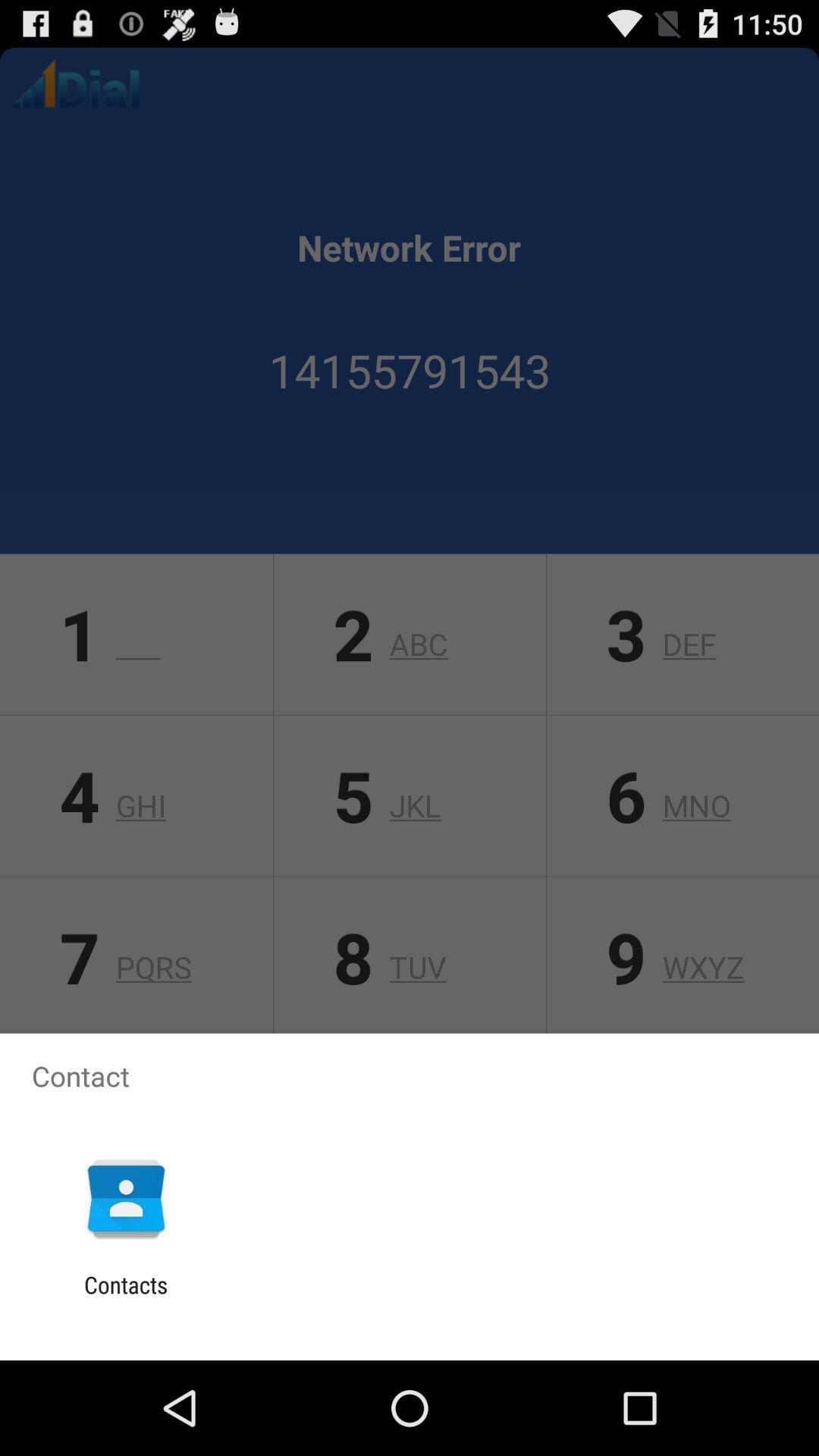  What do you see at coordinates (125, 1298) in the screenshot?
I see `contacts` at bounding box center [125, 1298].